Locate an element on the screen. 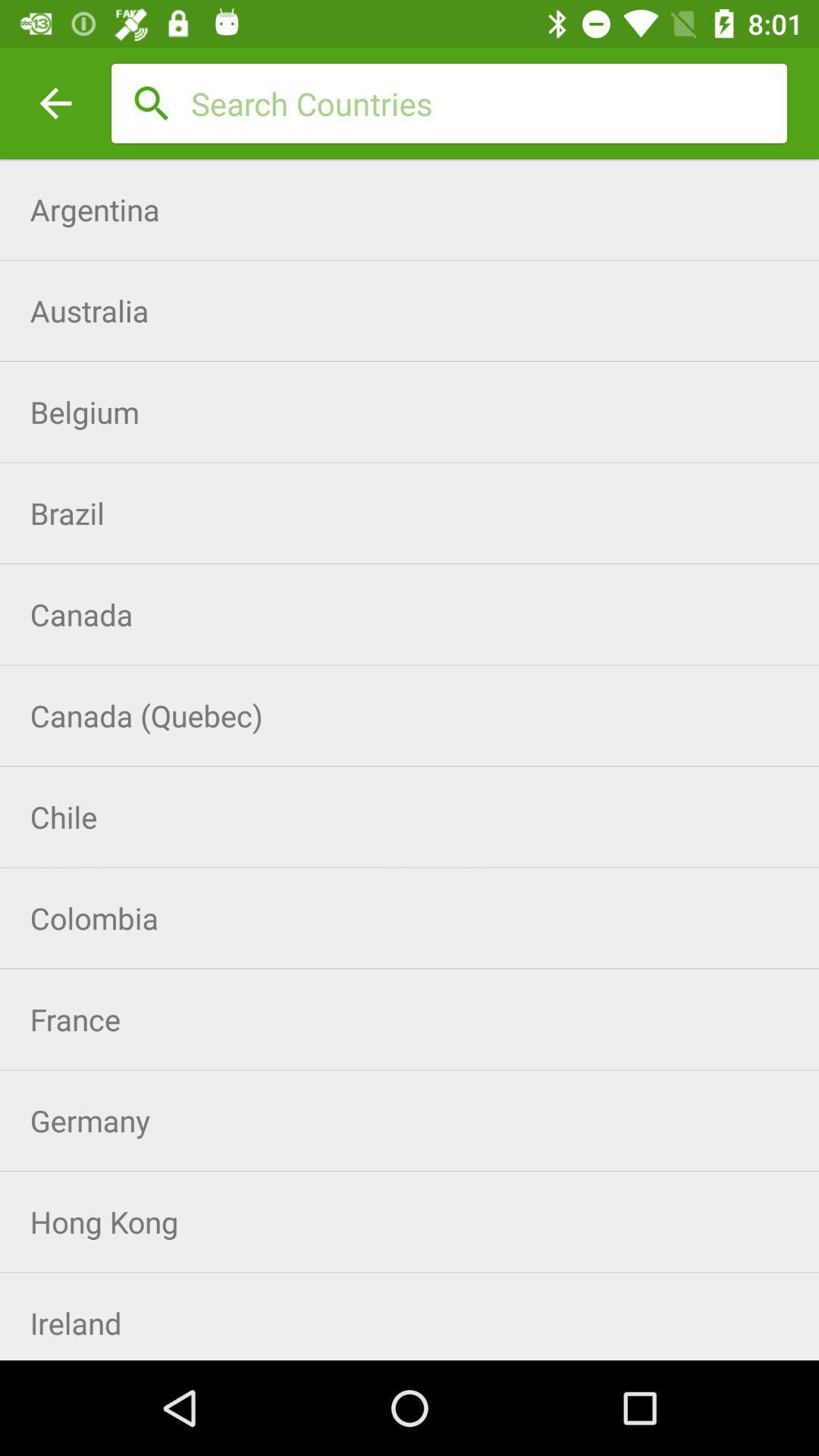  the item below argentina is located at coordinates (409, 309).